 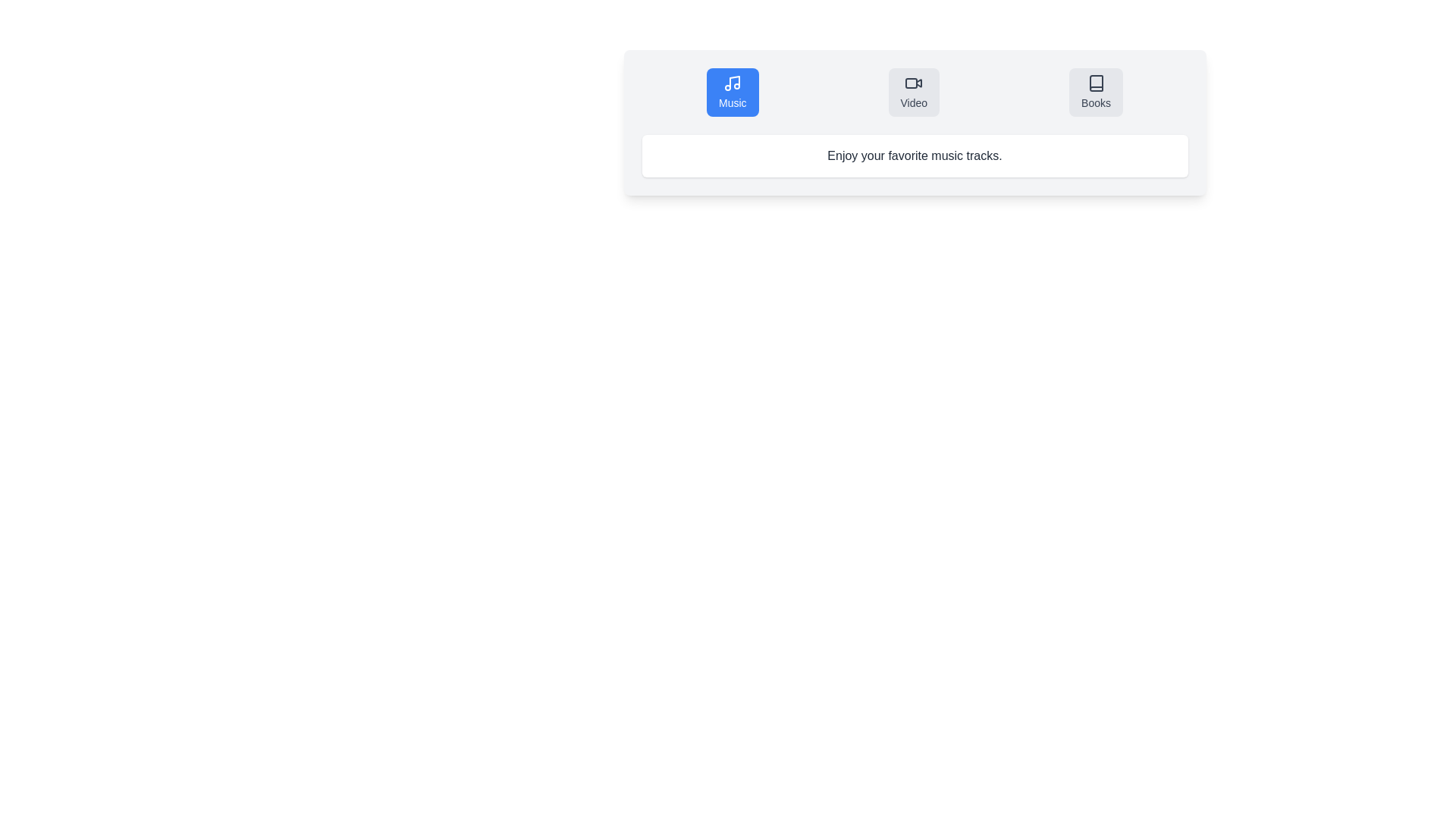 I want to click on the video camera icon within the 'Video' button, so click(x=913, y=83).